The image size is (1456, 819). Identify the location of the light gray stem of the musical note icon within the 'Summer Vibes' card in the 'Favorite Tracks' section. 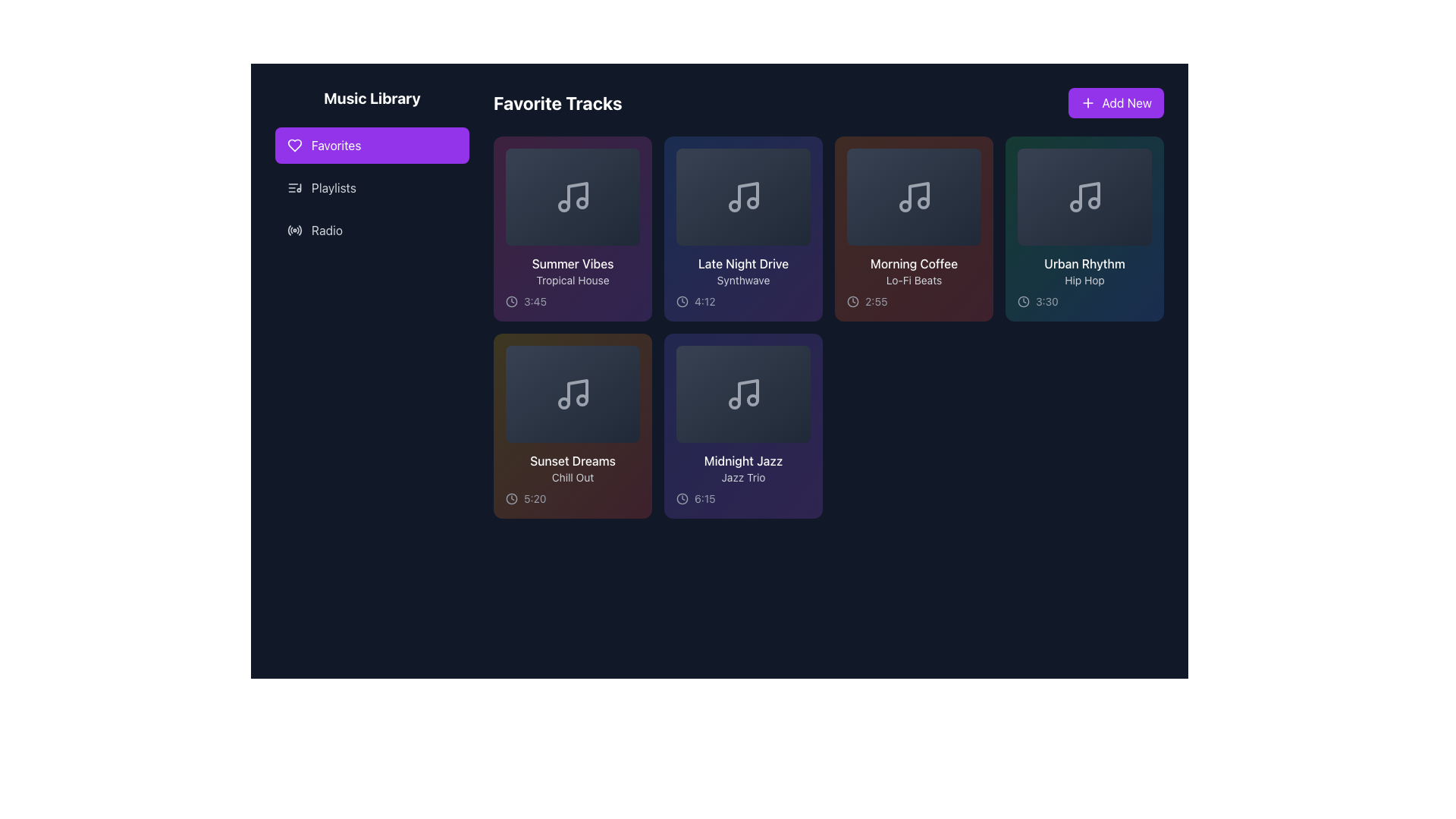
(576, 194).